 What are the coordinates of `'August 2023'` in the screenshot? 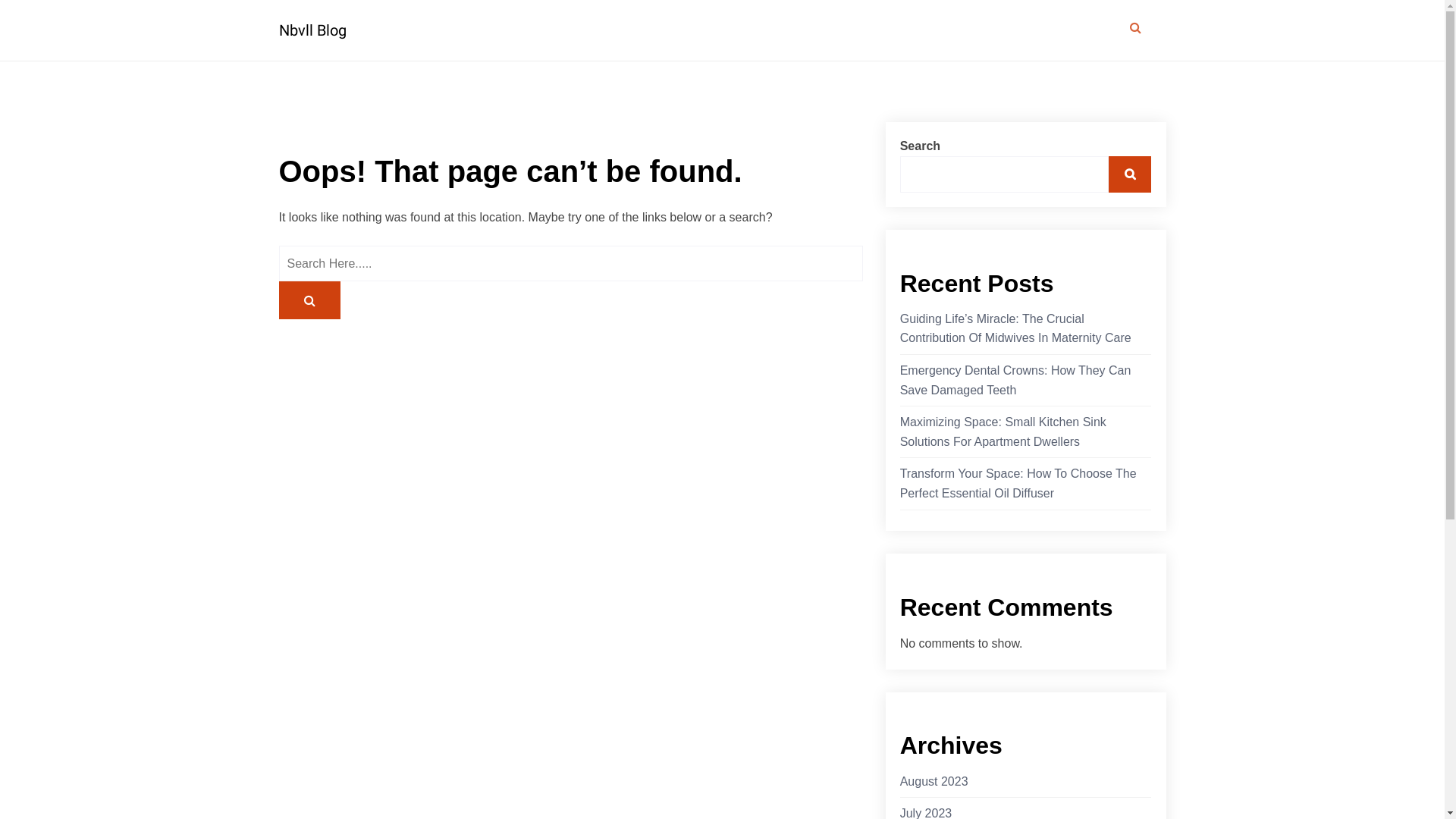 It's located at (934, 781).